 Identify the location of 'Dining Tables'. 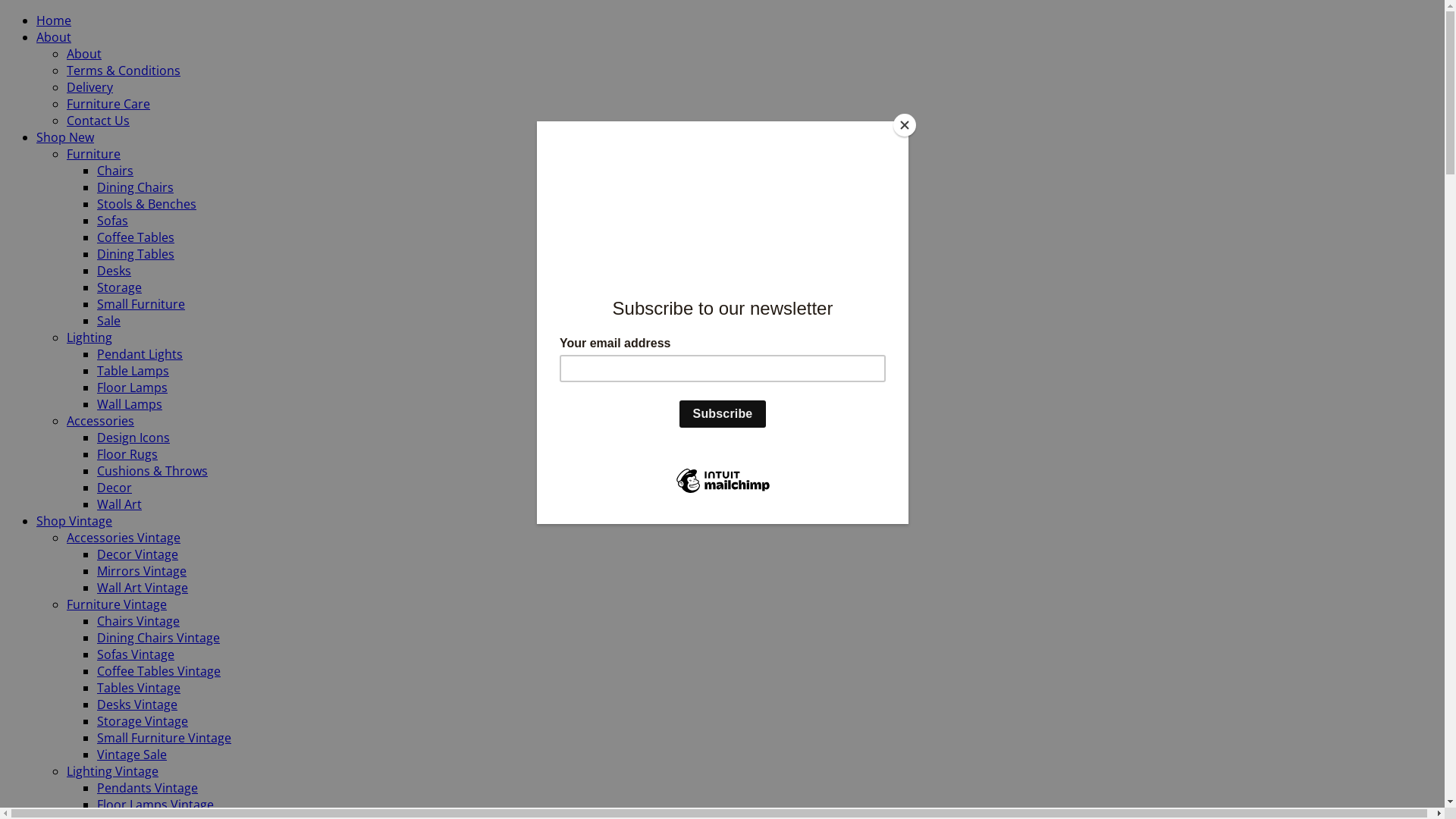
(135, 253).